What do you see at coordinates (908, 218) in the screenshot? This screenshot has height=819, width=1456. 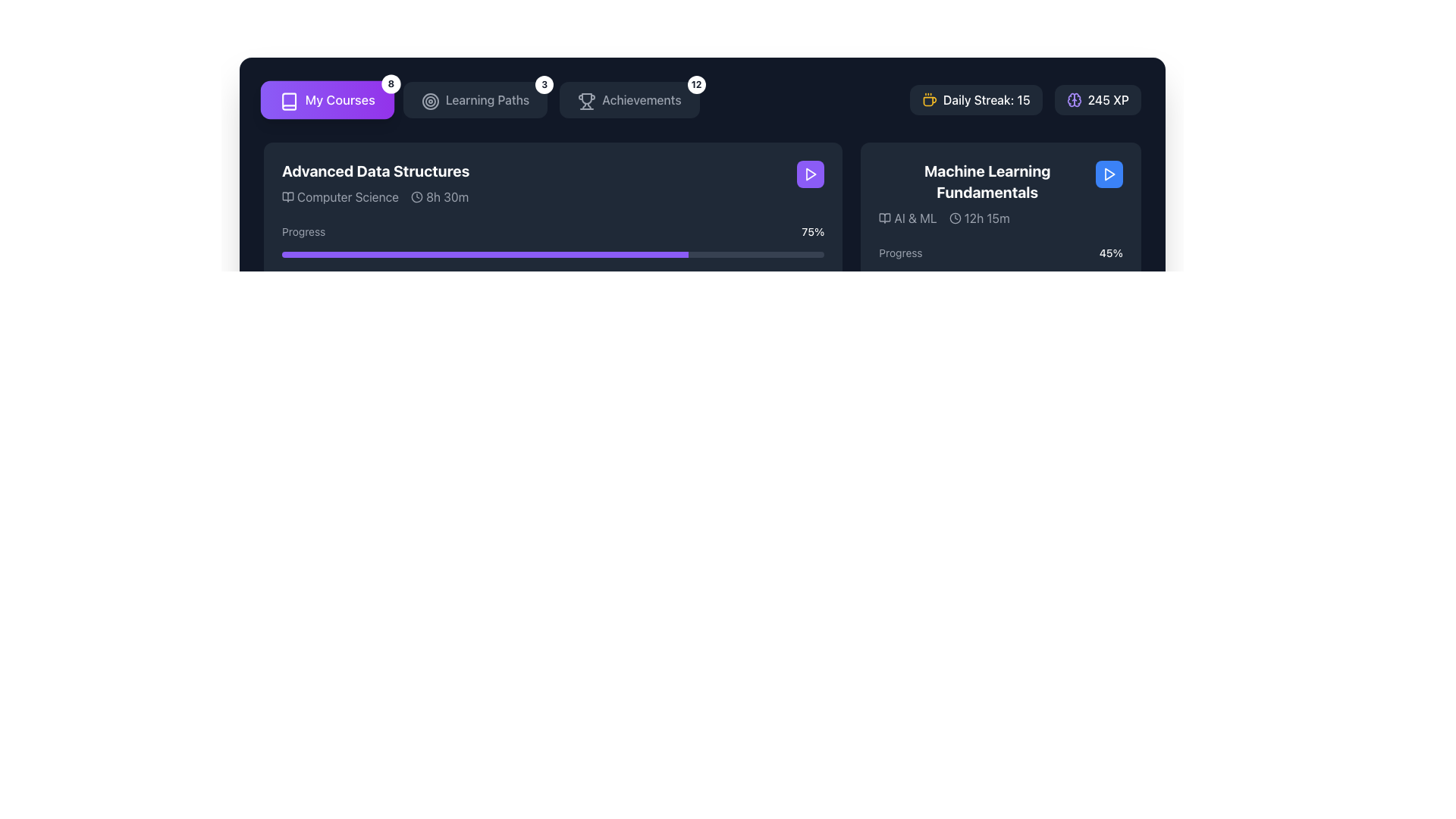 I see `the label indicating the course category 'Machine Learning Fundamentals', which is located to the left of the '12h 15m' text and above the progress indicator` at bounding box center [908, 218].